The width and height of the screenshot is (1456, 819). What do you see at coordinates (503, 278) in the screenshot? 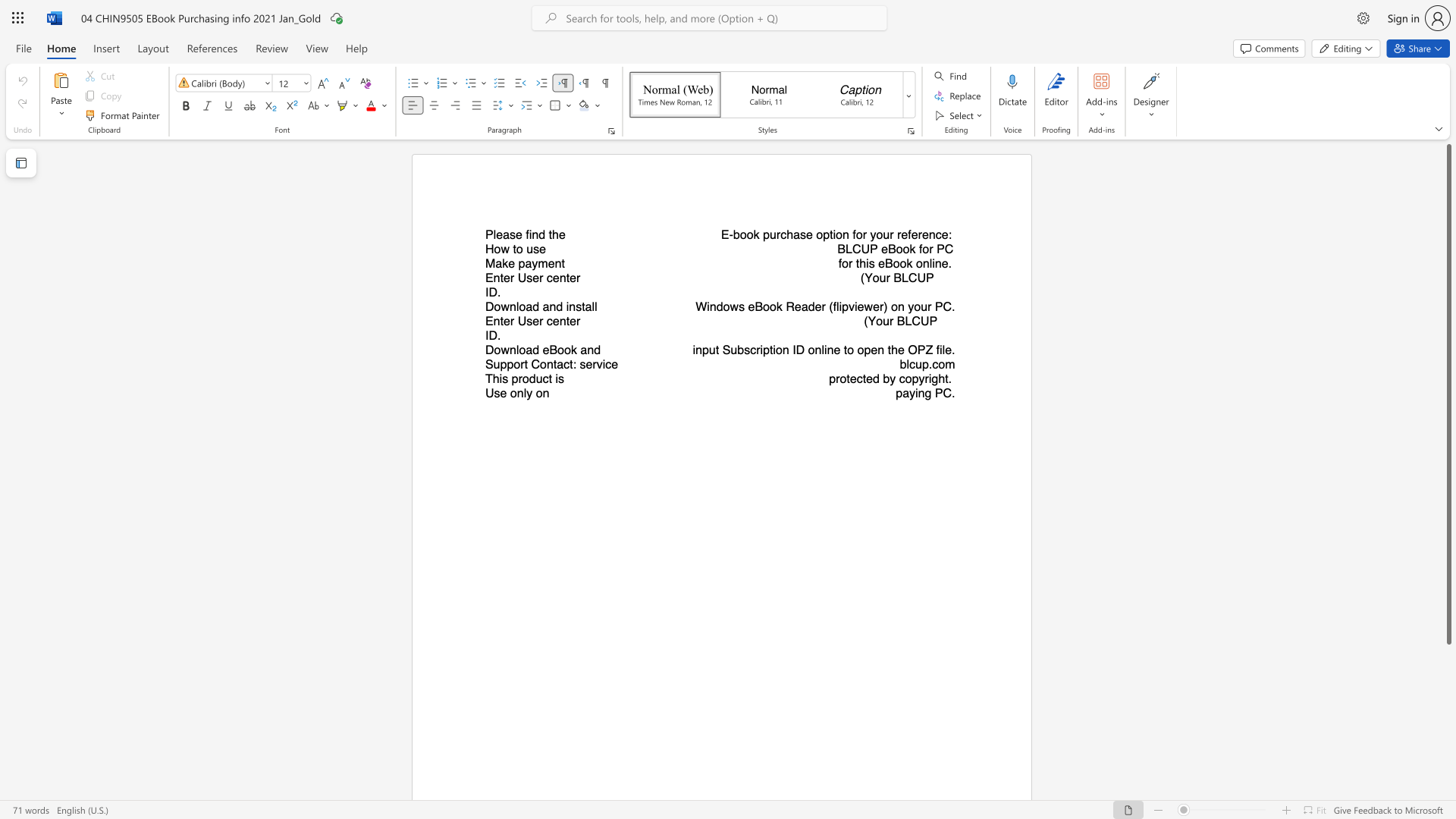
I see `the subset text "er User center" within the text "Enter User center"` at bounding box center [503, 278].